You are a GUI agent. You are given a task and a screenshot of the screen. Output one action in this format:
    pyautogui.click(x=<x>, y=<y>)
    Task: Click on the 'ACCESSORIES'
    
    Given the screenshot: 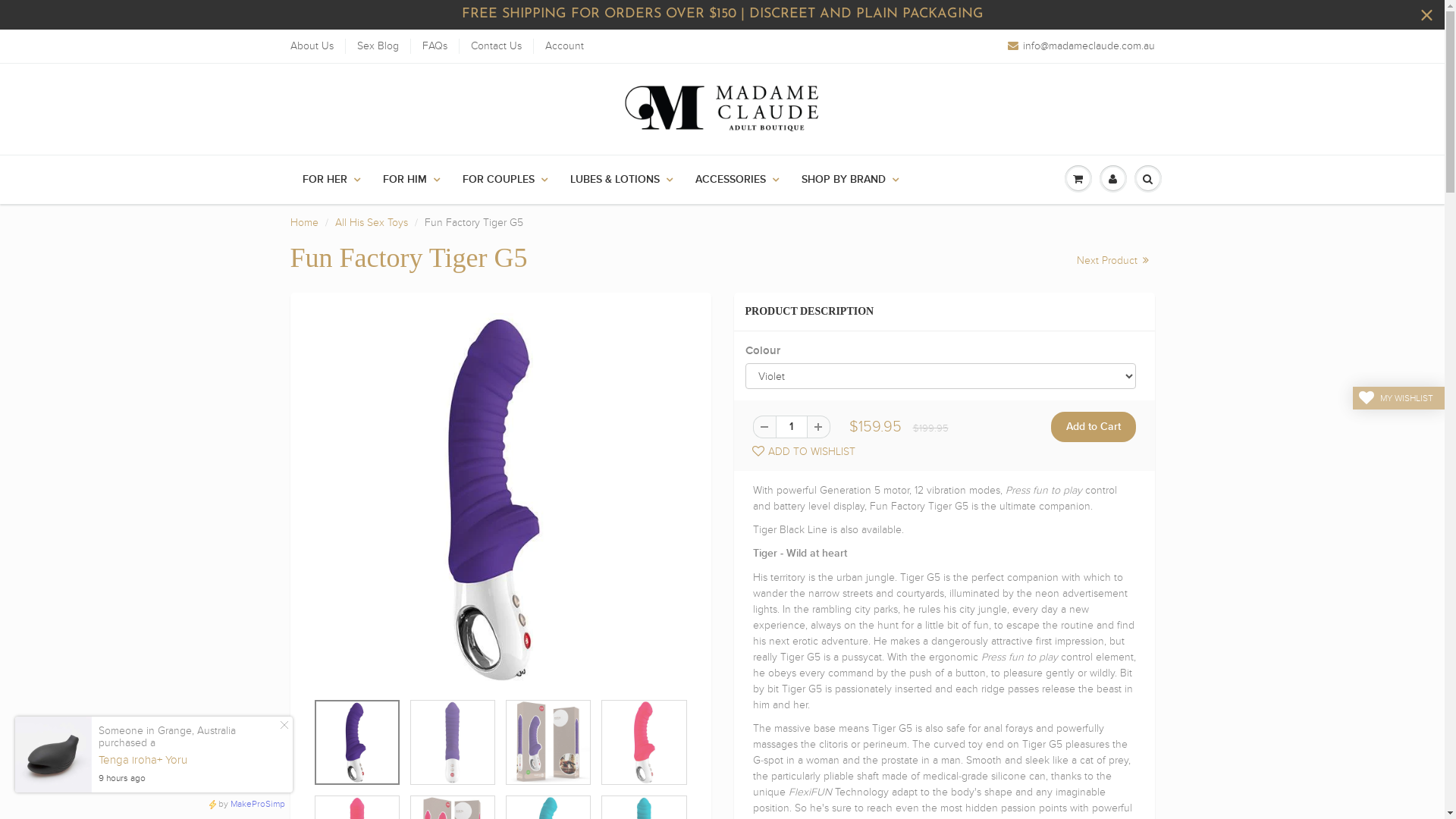 What is the action you would take?
    pyautogui.click(x=736, y=178)
    